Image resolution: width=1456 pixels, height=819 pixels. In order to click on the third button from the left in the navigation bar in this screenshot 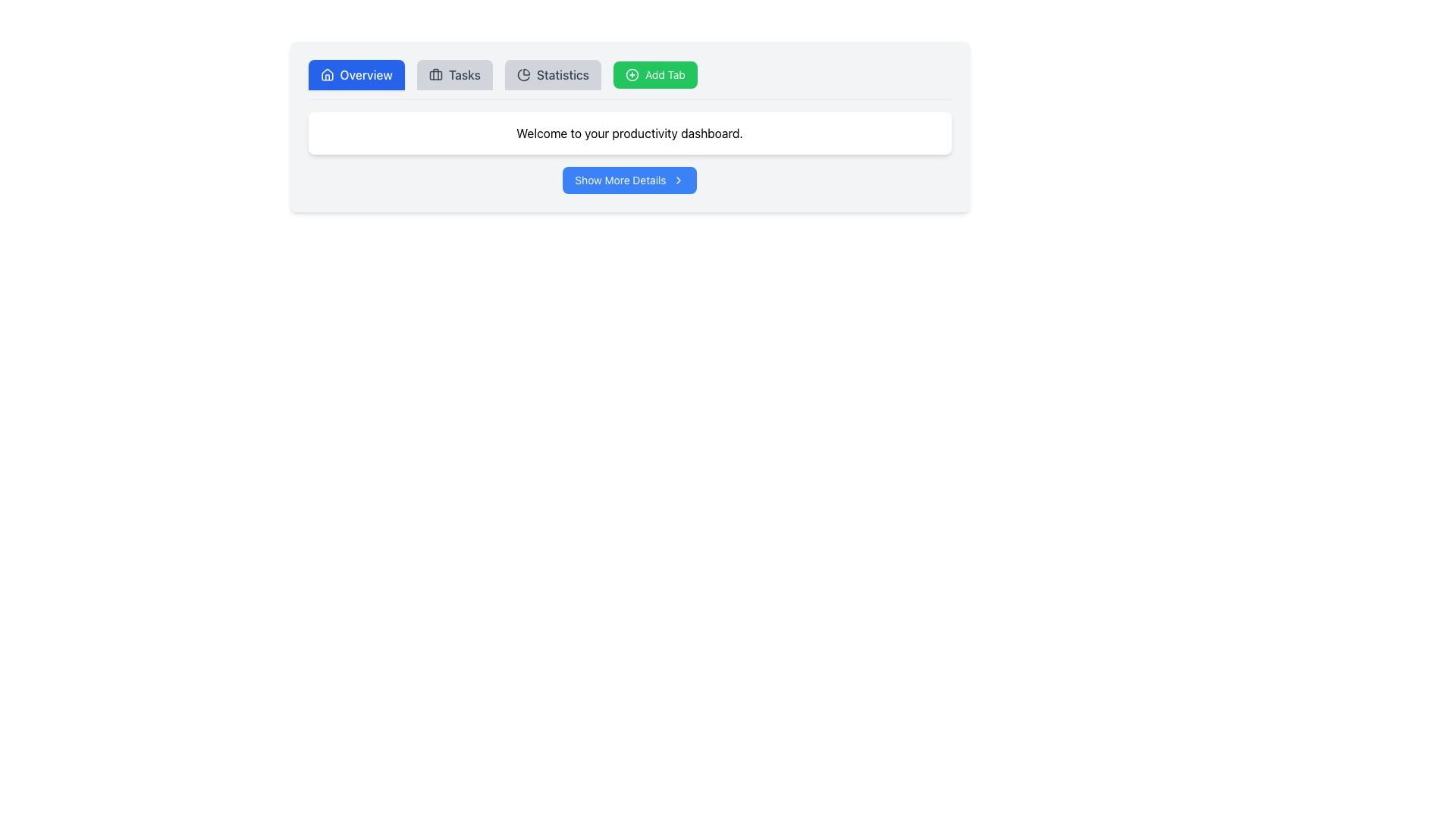, I will do `click(552, 75)`.